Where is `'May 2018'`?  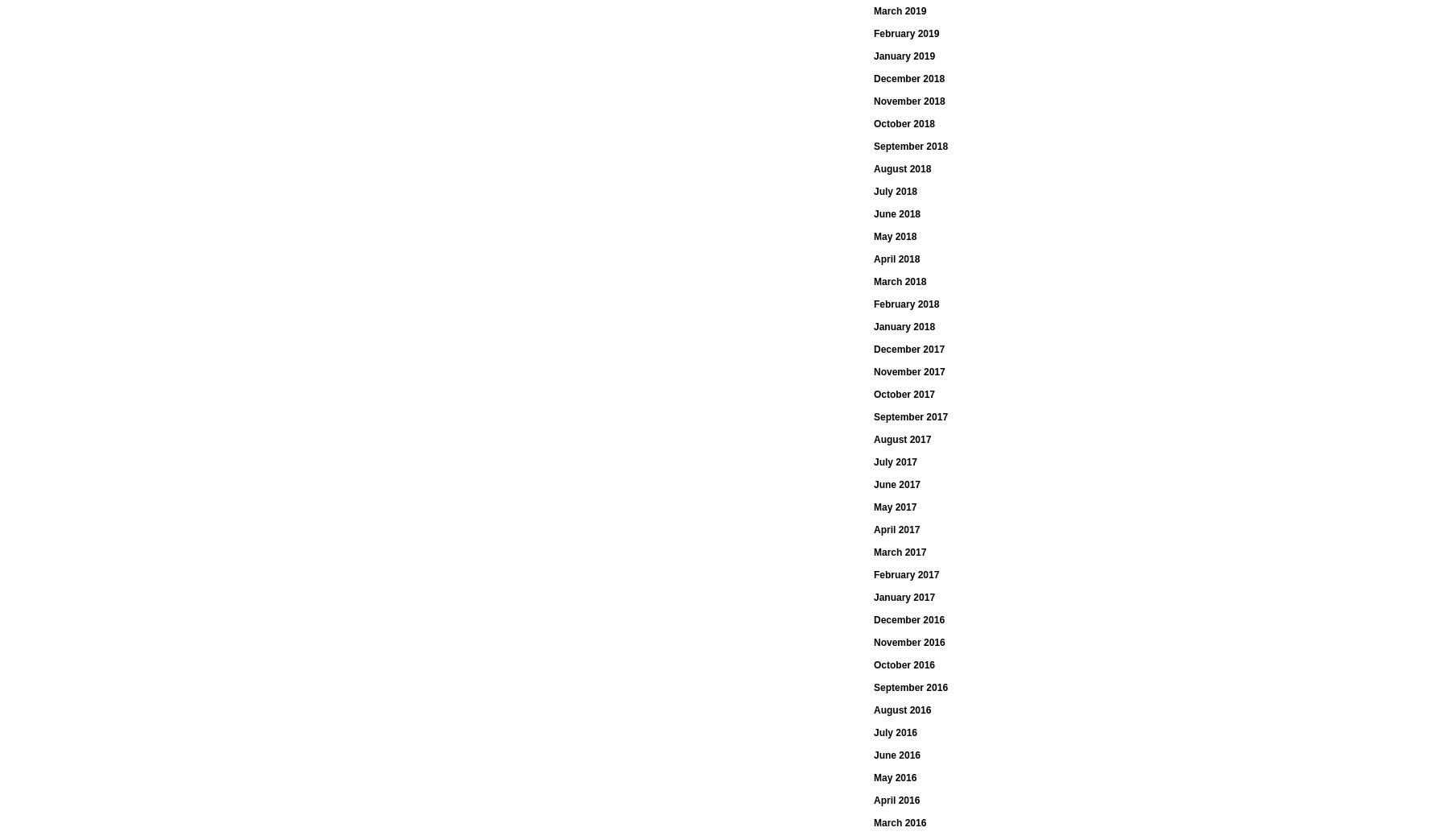
'May 2018' is located at coordinates (895, 237).